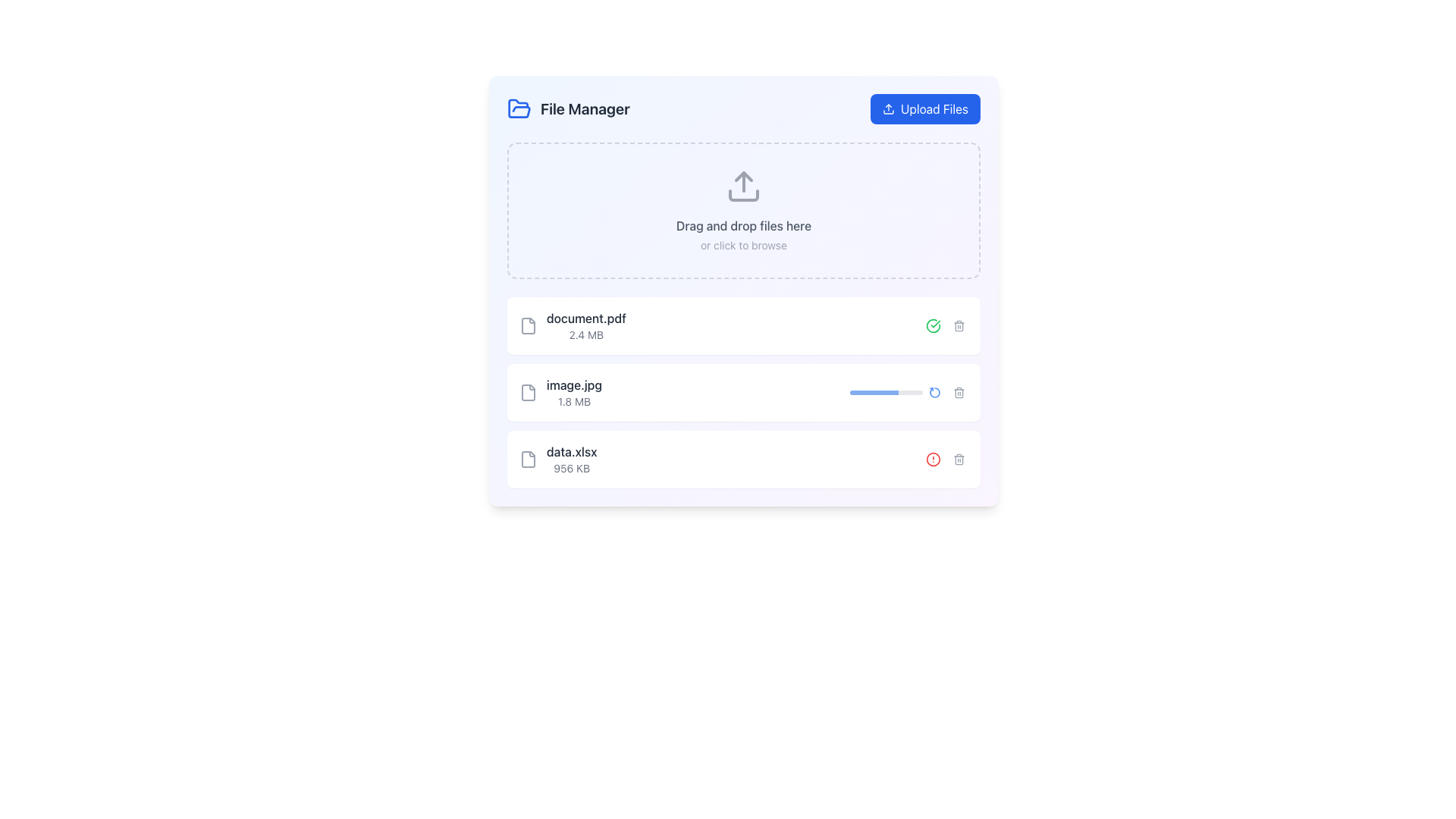 The height and width of the screenshot is (819, 1456). I want to click on the static text label displaying 'document.pdf', which is the first element in the file manager's list of files, so click(585, 318).